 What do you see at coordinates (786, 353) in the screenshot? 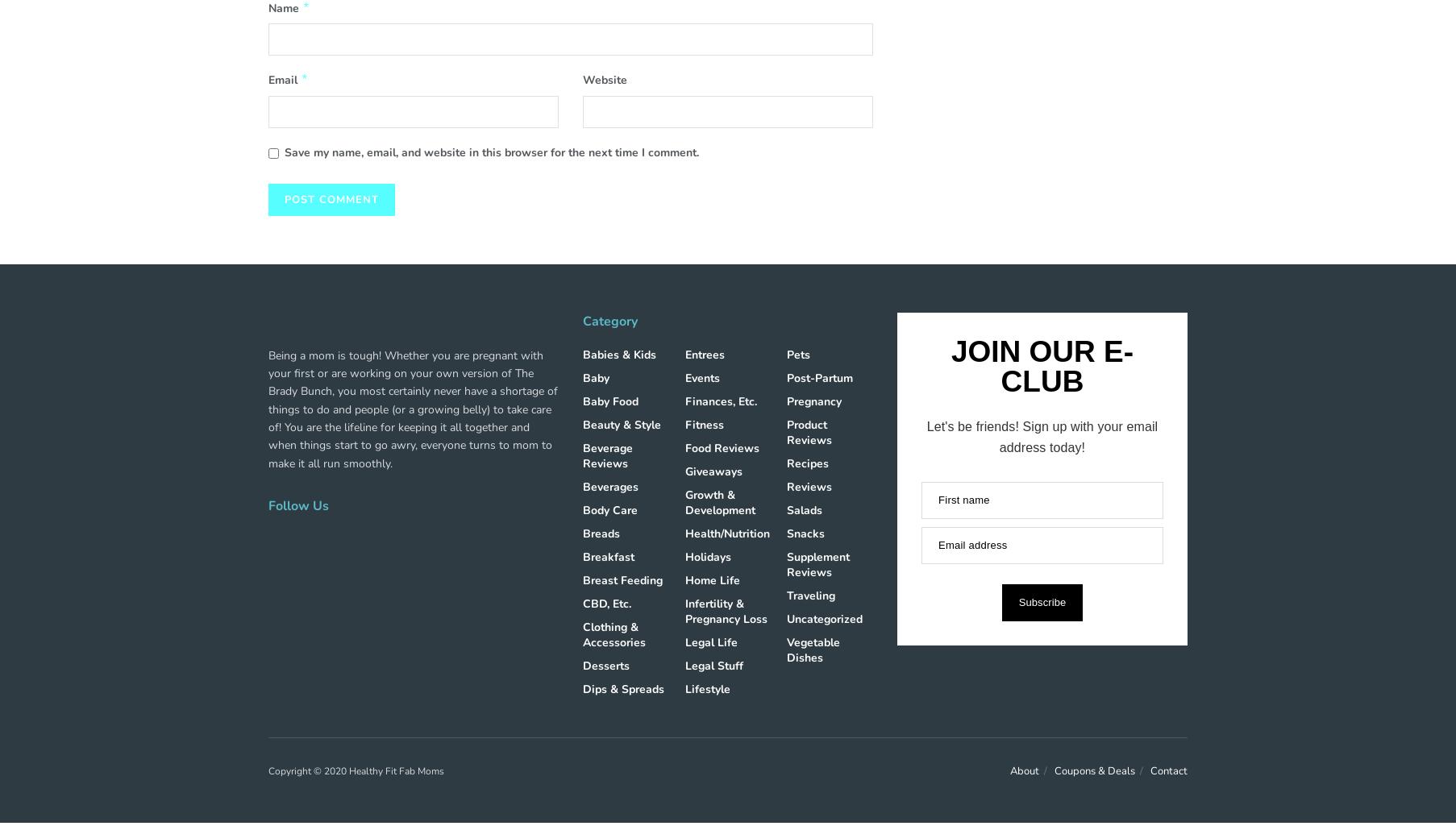
I see `'Pets'` at bounding box center [786, 353].